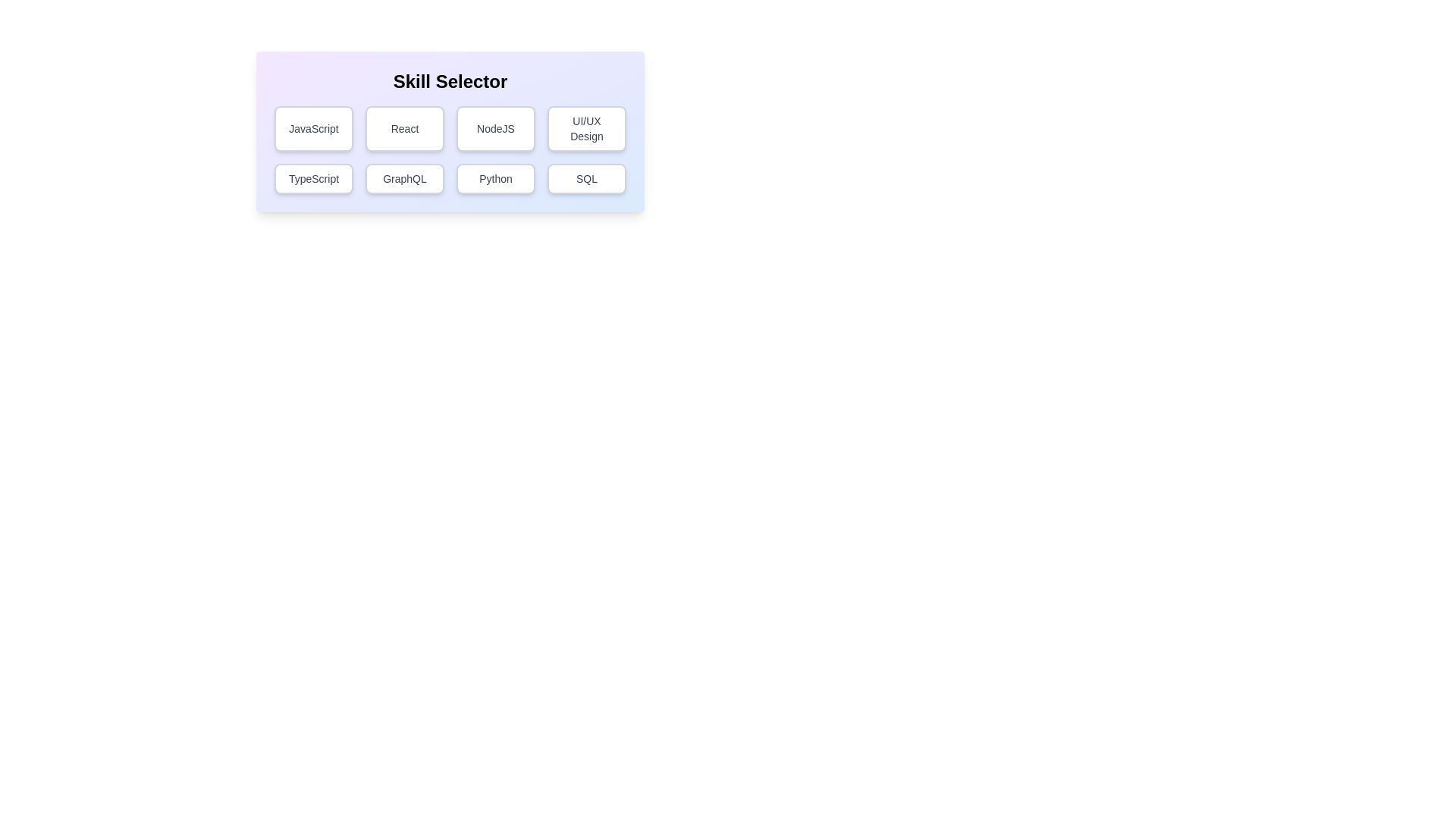  I want to click on the button corresponding to the skill Python to toggle its selection, so click(495, 177).